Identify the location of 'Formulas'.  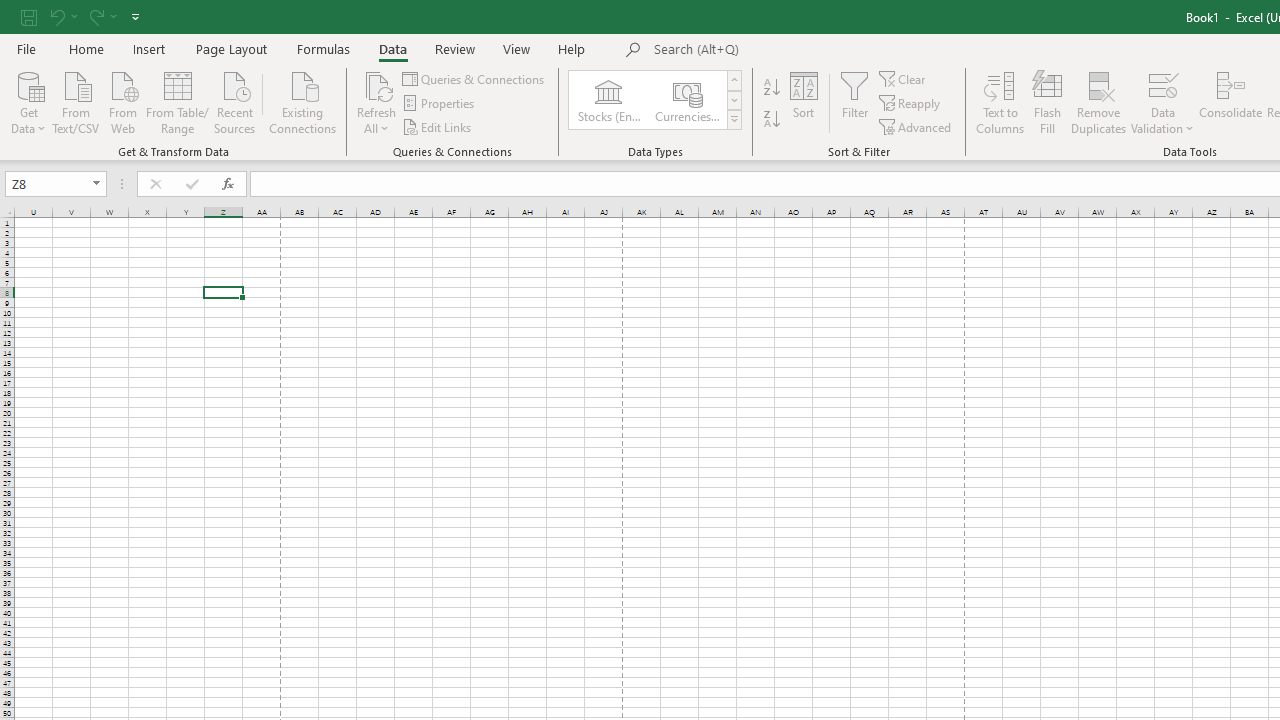
(323, 48).